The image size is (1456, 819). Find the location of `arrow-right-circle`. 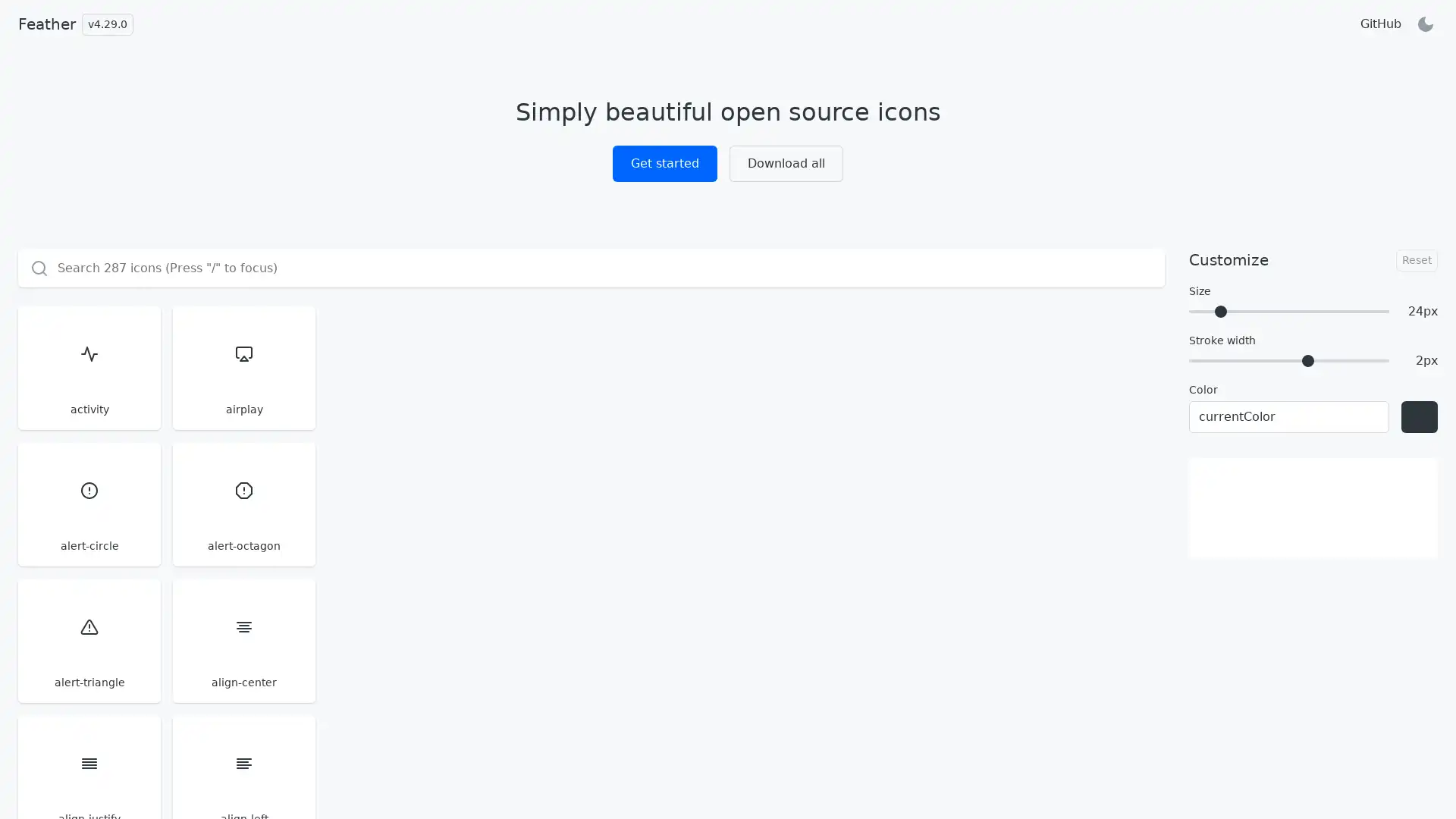

arrow-right-circle is located at coordinates (75, 640).